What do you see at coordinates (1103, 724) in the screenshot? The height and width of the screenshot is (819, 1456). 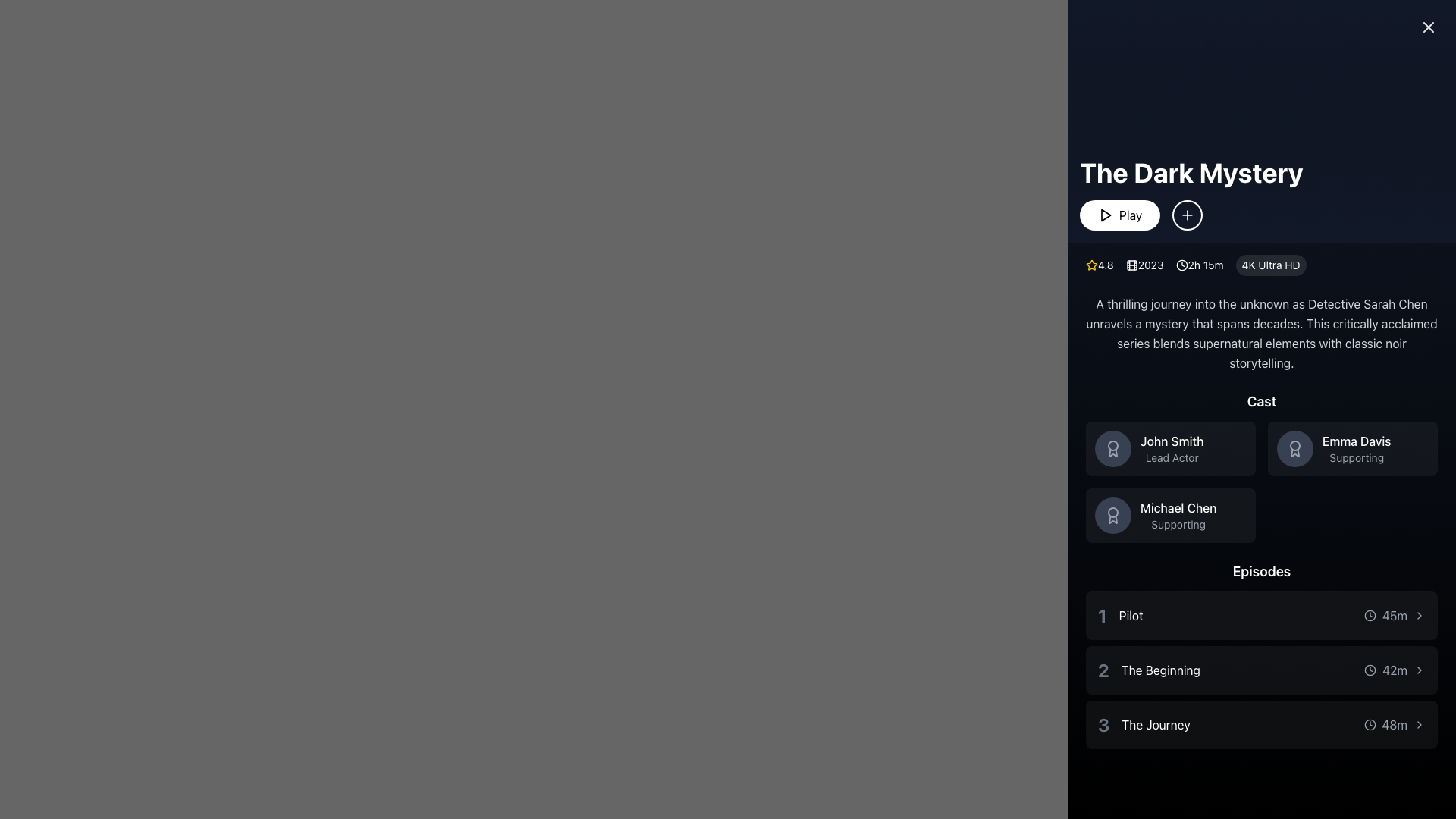 I see `the text label displaying the ordinal number '3 The Journey' in the 'Episodes' list to focus on it` at bounding box center [1103, 724].